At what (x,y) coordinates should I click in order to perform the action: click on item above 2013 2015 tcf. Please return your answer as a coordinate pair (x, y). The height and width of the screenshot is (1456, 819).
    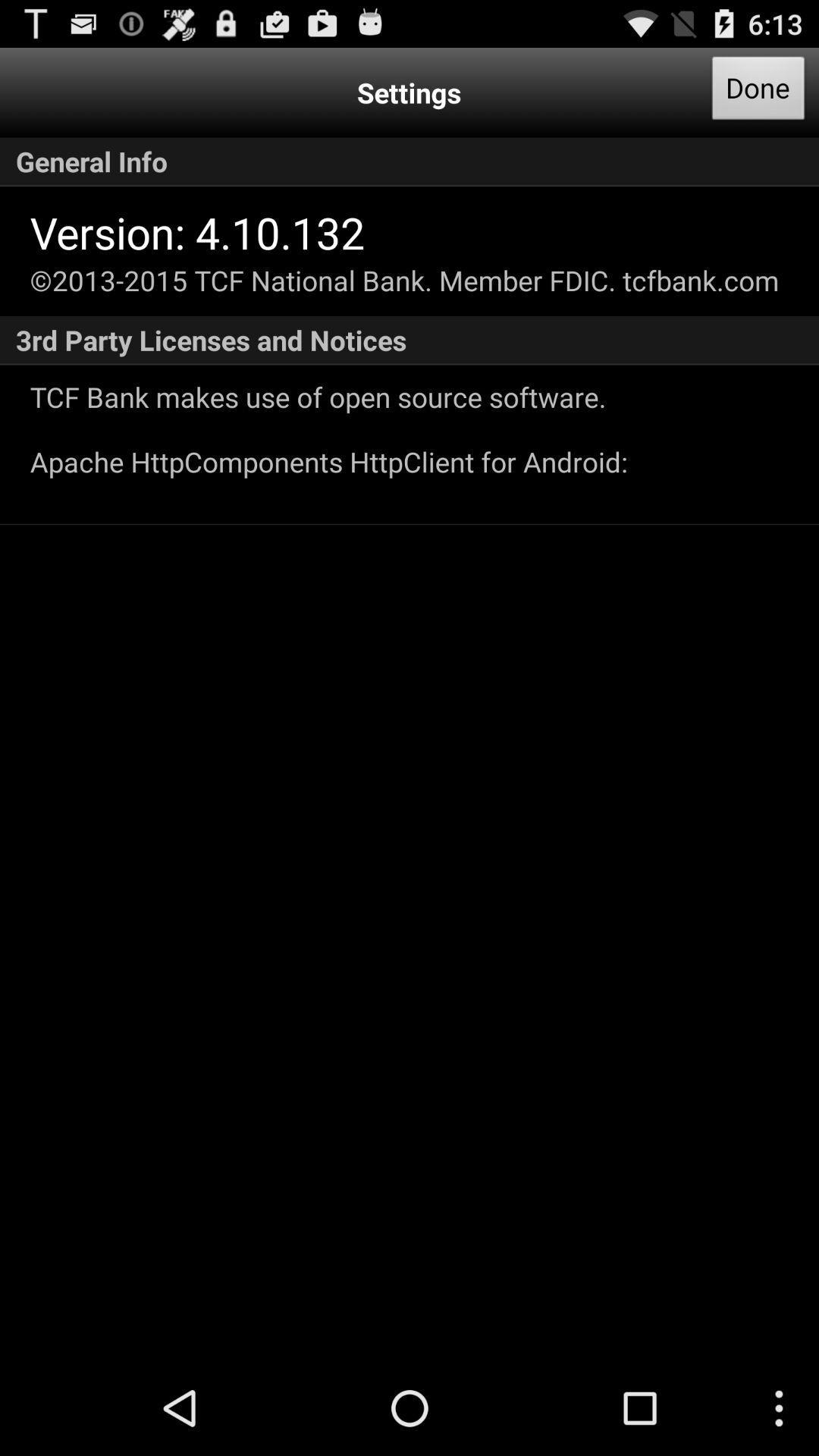
    Looking at the image, I should click on (196, 231).